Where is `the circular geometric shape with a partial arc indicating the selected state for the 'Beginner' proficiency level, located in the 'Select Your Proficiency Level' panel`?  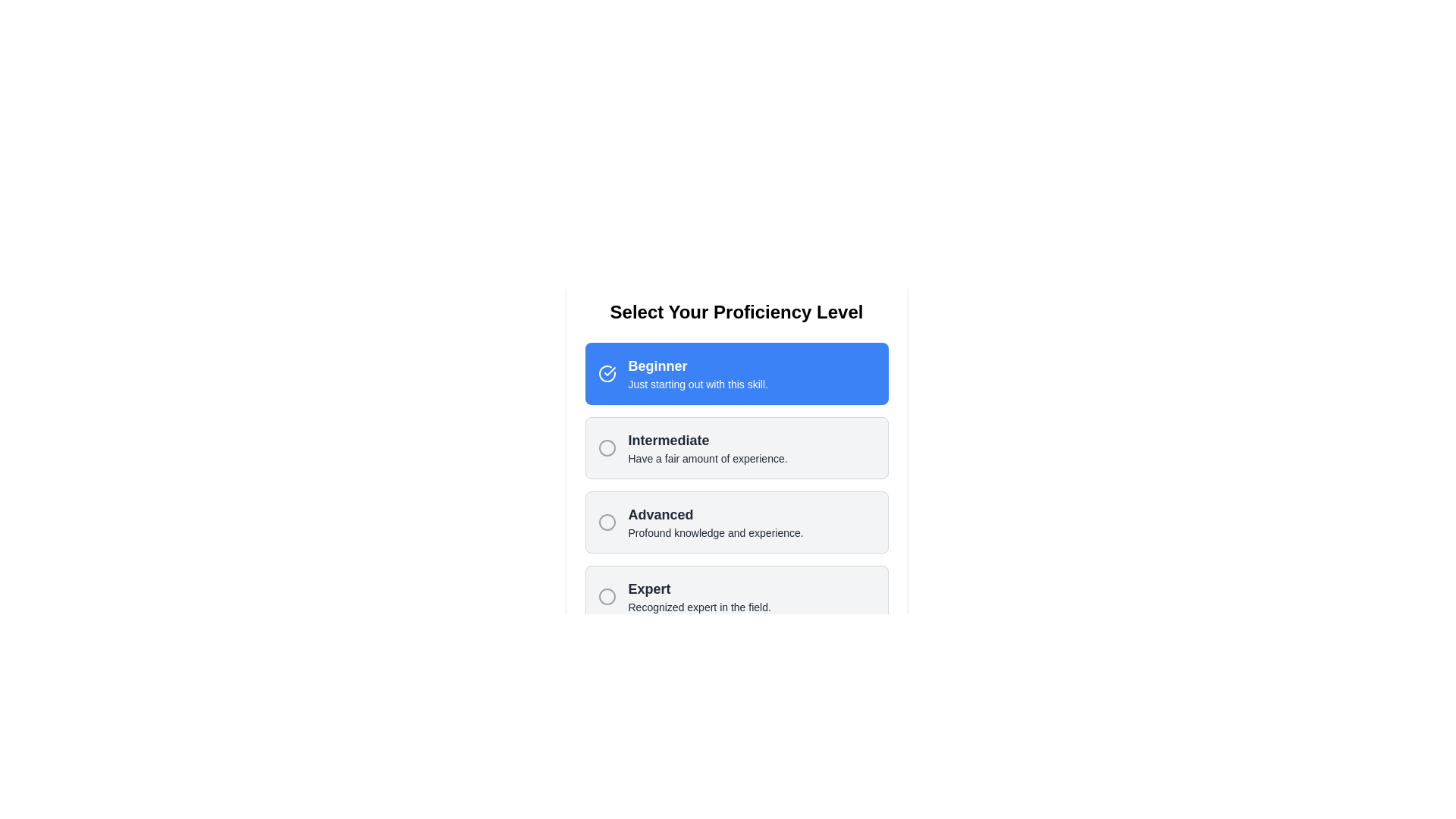
the circular geometric shape with a partial arc indicating the selected state for the 'Beginner' proficiency level, located in the 'Select Your Proficiency Level' panel is located at coordinates (607, 374).